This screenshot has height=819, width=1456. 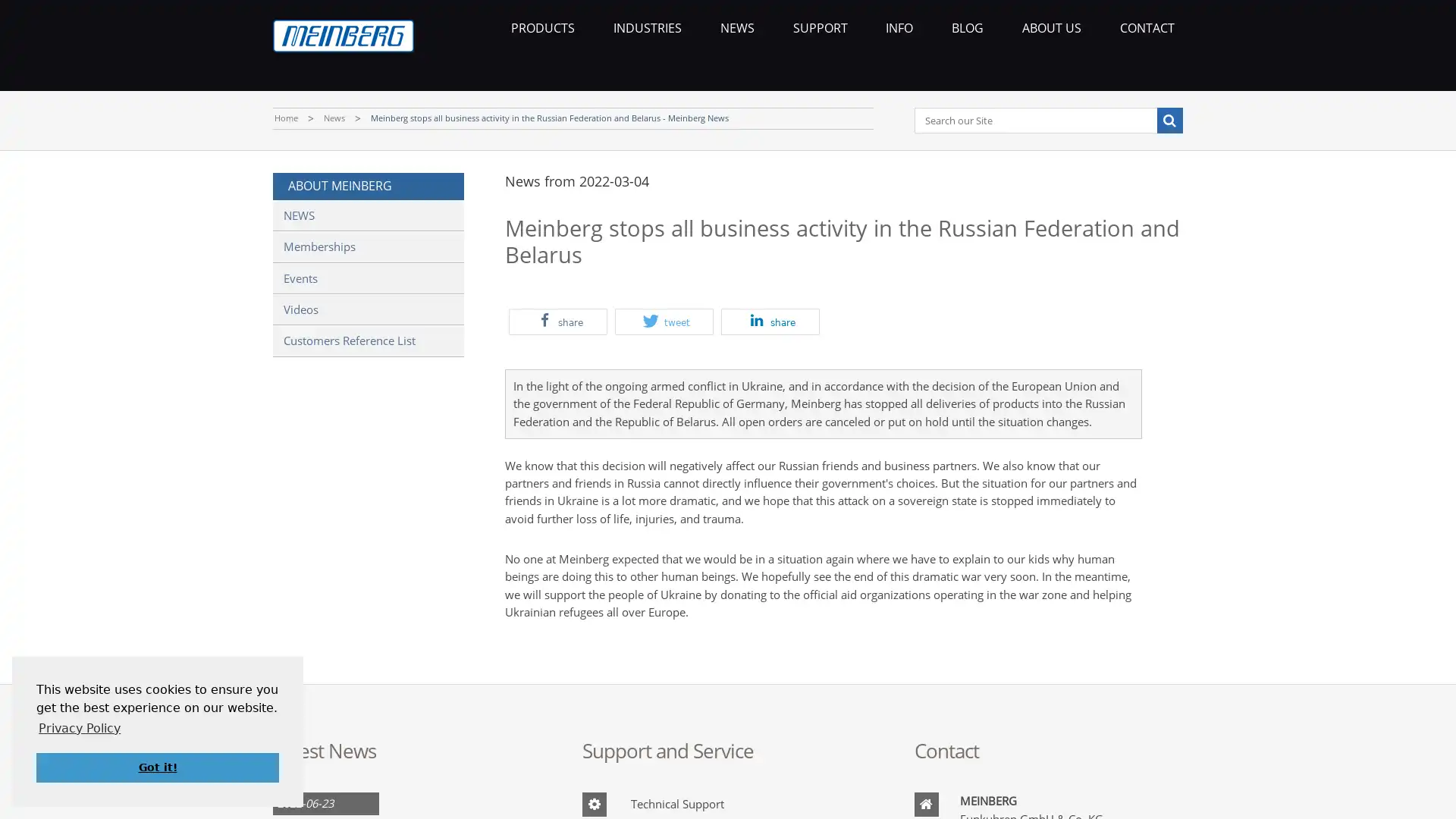 What do you see at coordinates (557, 321) in the screenshot?
I see `Share on Facebook` at bounding box center [557, 321].